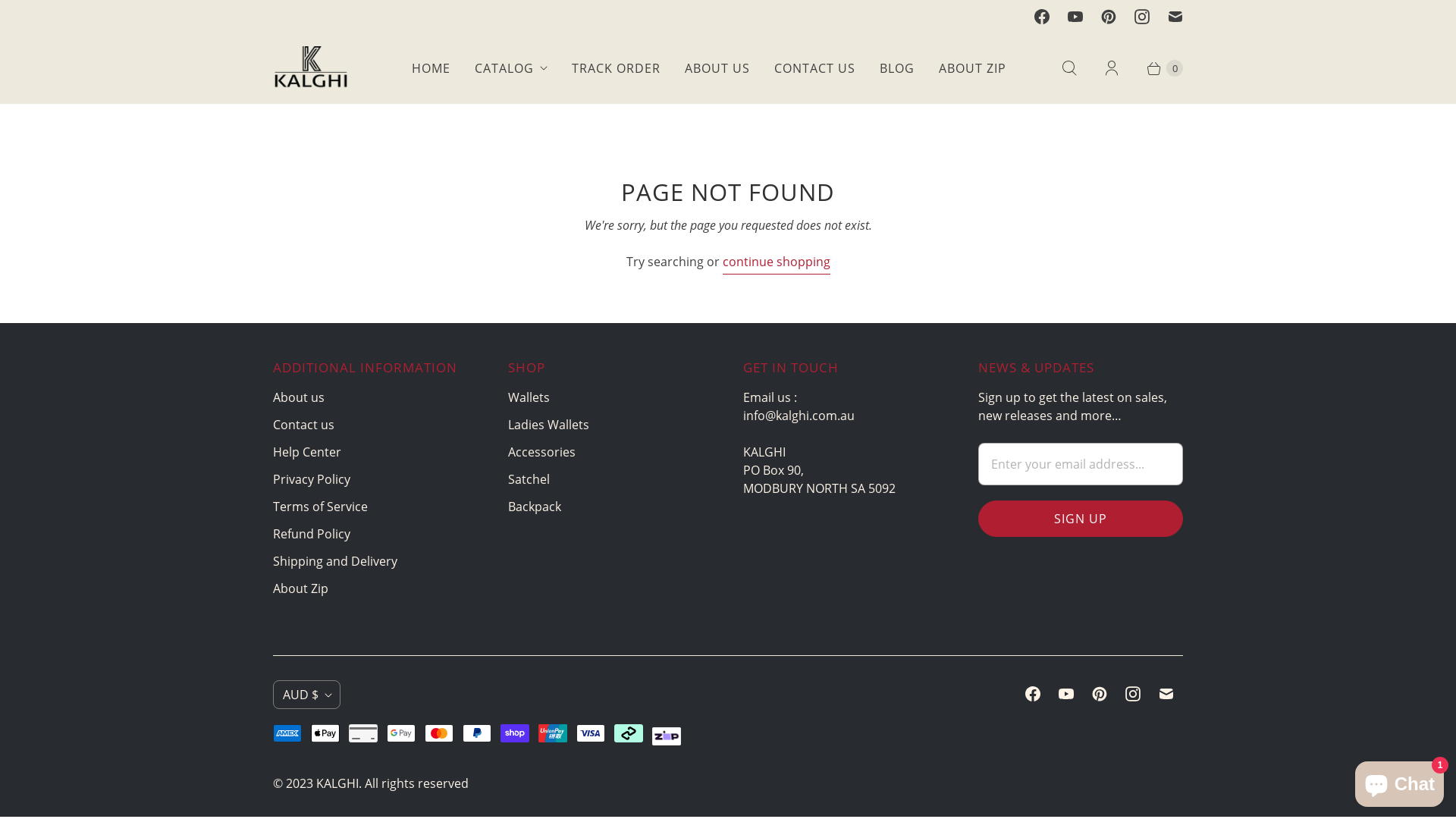  Describe the element at coordinates (1080, 517) in the screenshot. I see `'Sign Up'` at that location.